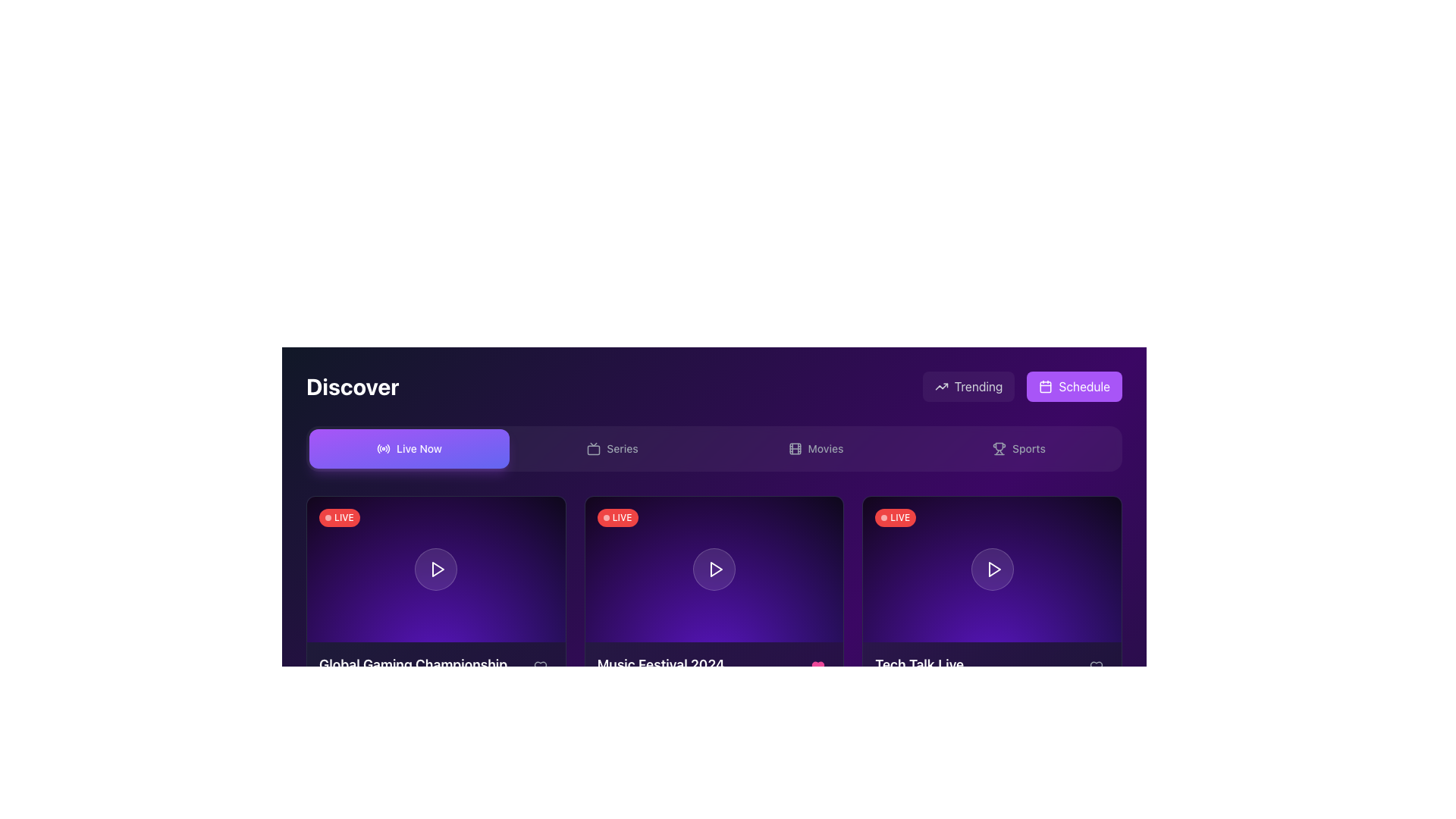  Describe the element at coordinates (612, 447) in the screenshot. I see `the 'Series' button, which is the second button in a horizontal group of four buttons, identified by its purple backdrop and television-like icon with gray text` at that location.